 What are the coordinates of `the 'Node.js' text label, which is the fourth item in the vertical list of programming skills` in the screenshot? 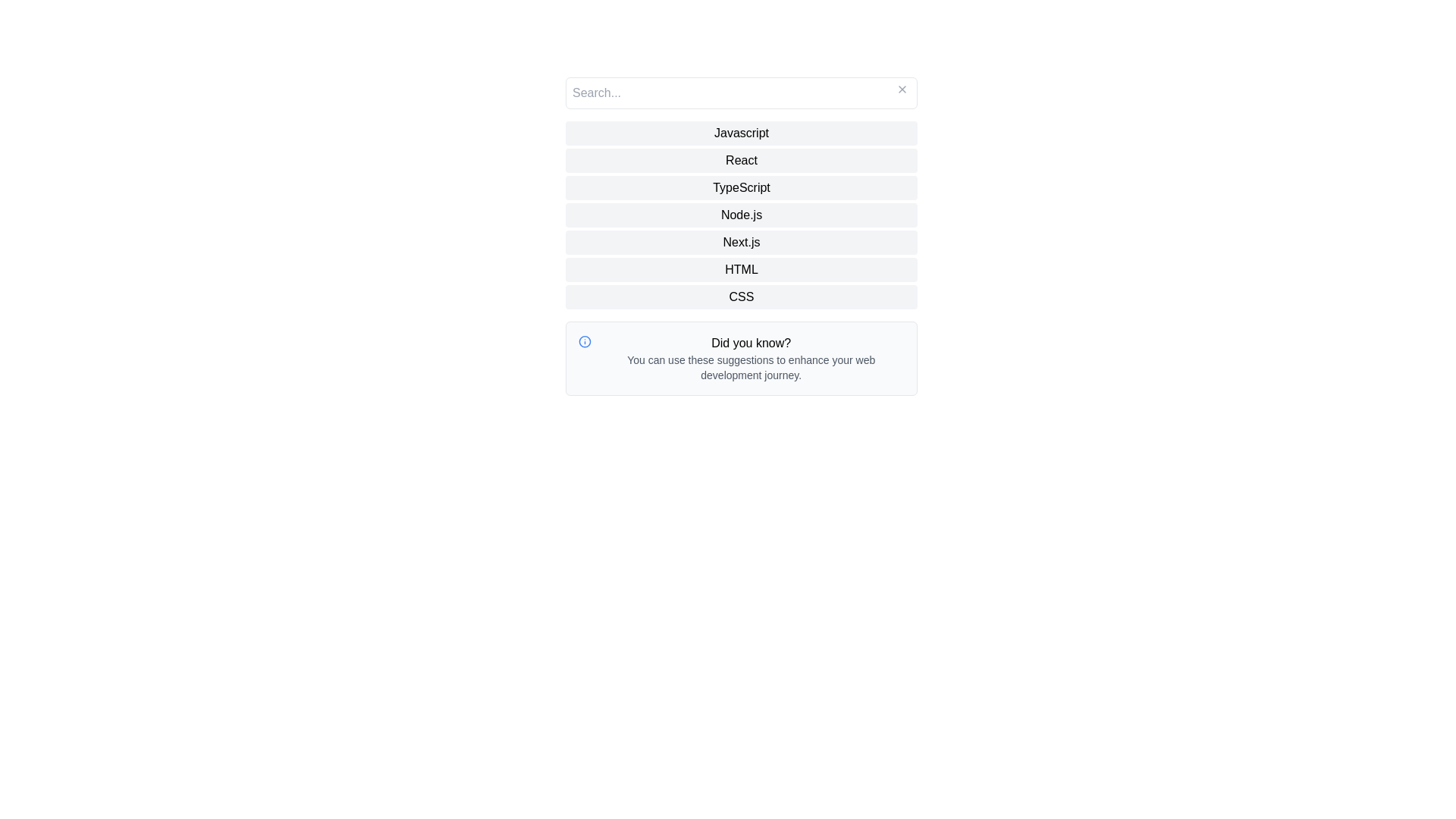 It's located at (742, 215).